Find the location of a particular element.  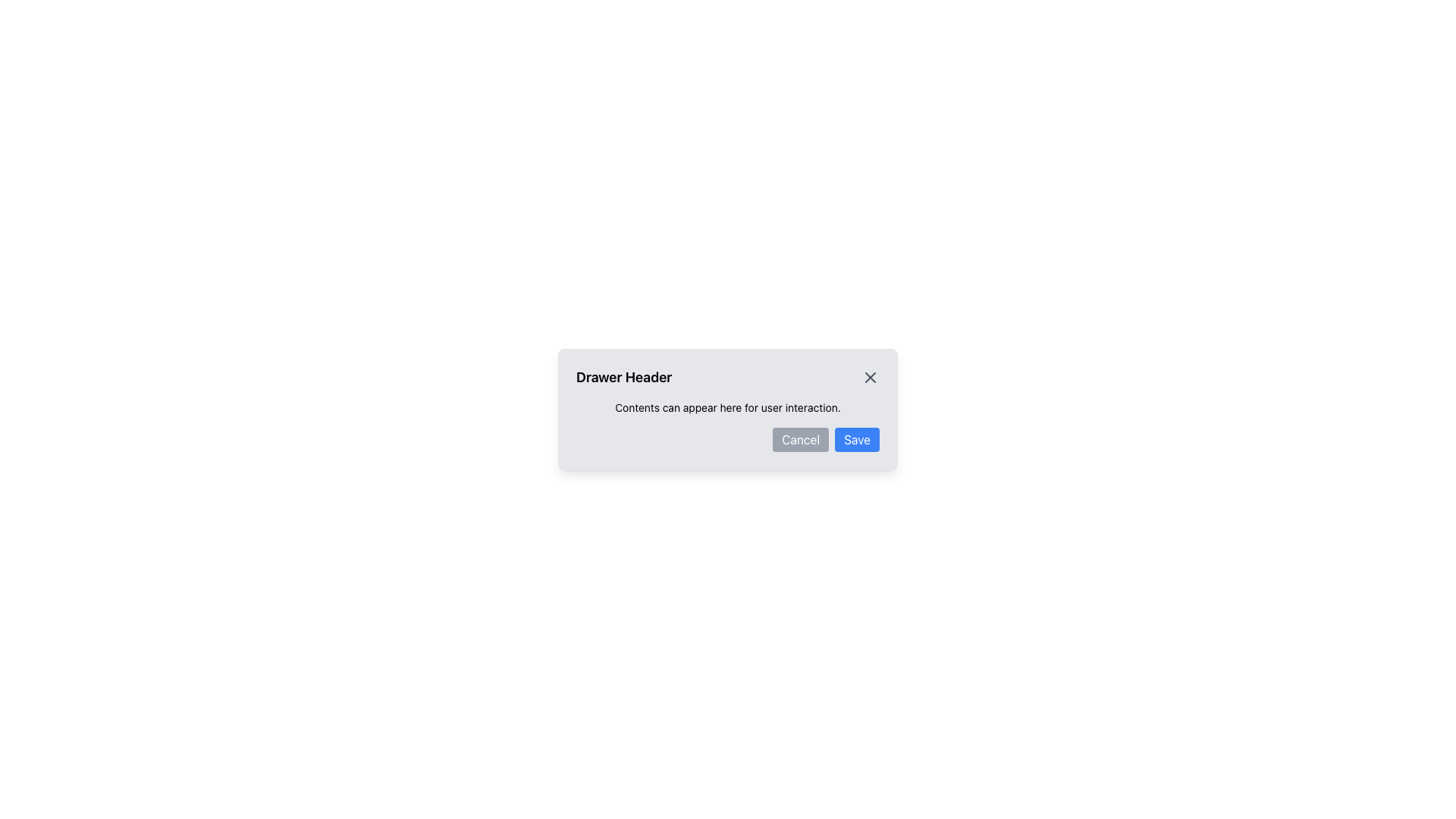

the close icon located at the top-right of the dialog box is located at coordinates (870, 376).